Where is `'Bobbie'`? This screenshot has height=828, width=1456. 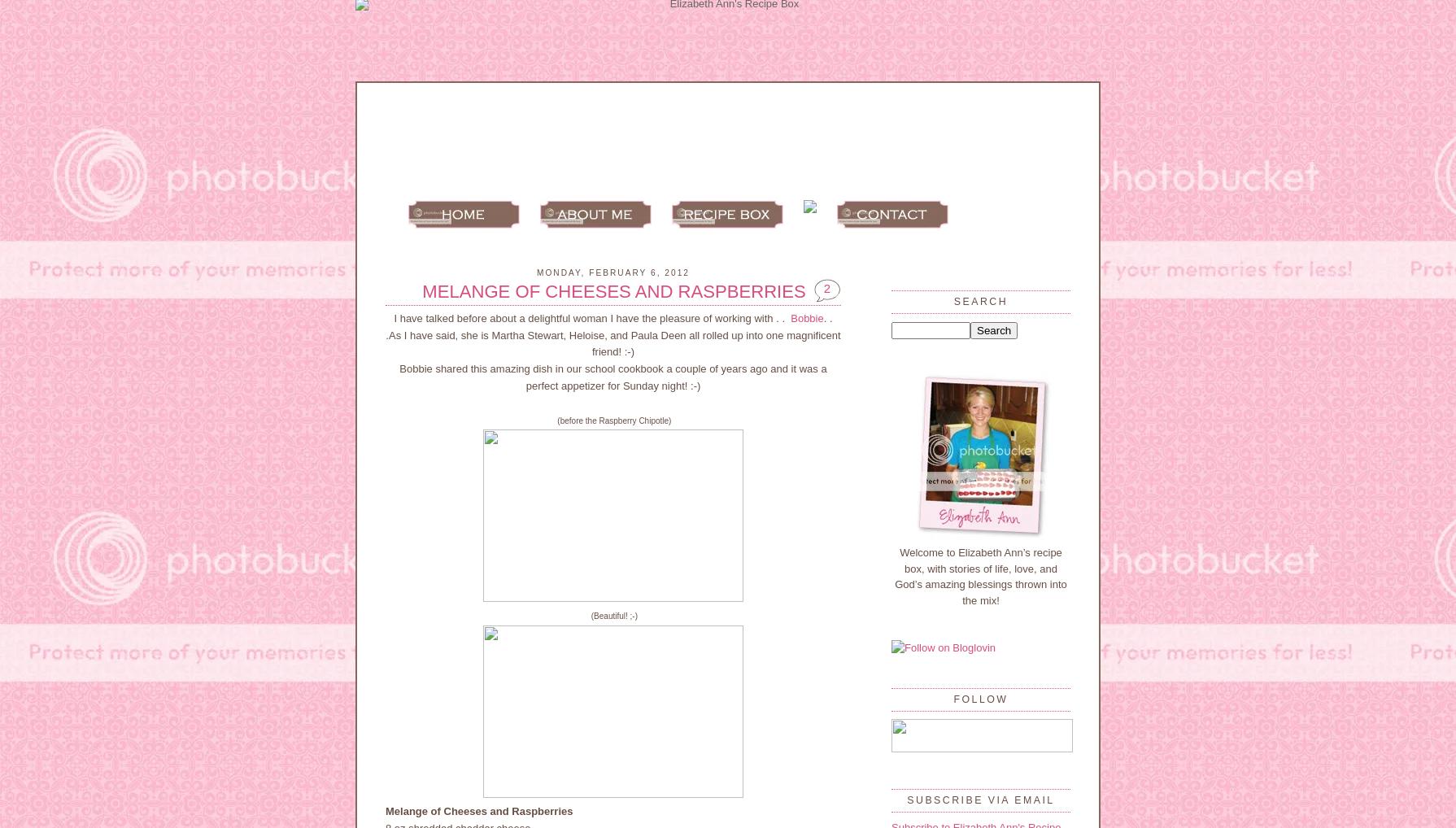
'Bobbie' is located at coordinates (790, 317).